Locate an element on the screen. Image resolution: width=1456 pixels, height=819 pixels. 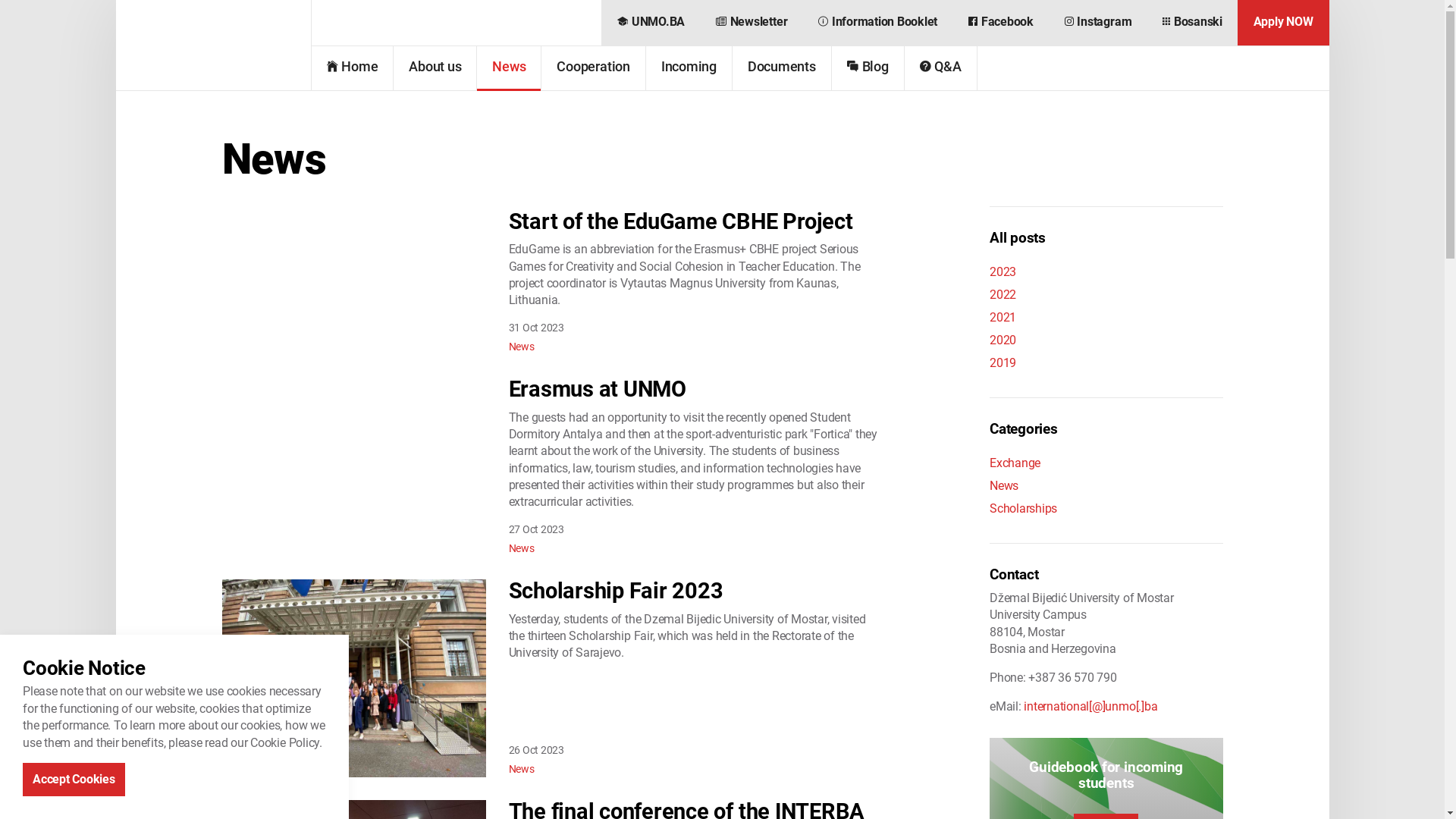
'international[@]unmo[.]ba' is located at coordinates (1090, 706).